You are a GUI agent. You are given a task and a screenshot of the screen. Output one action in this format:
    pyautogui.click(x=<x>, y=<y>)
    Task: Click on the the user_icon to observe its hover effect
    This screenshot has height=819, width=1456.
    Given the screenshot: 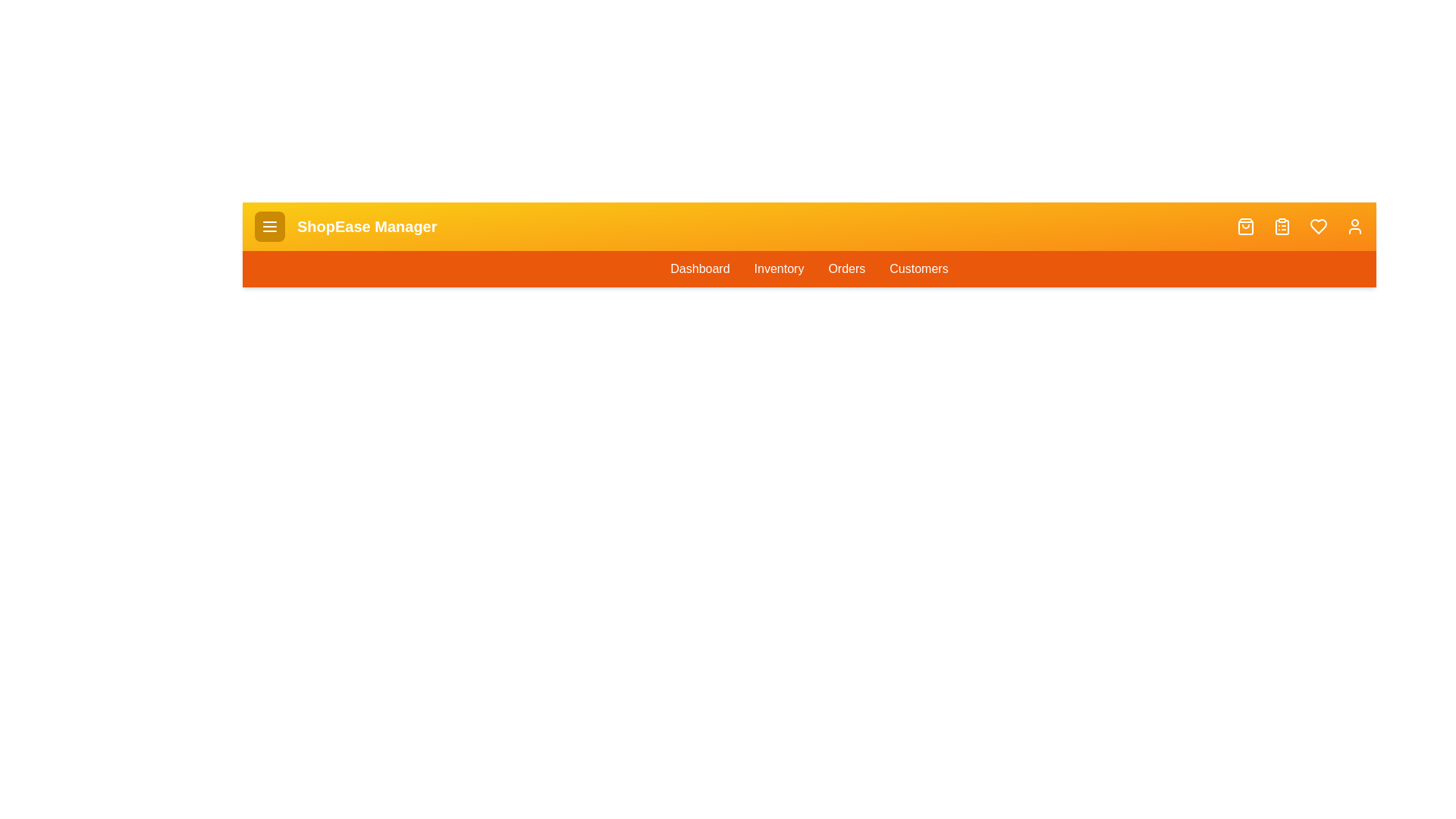 What is the action you would take?
    pyautogui.click(x=1354, y=227)
    